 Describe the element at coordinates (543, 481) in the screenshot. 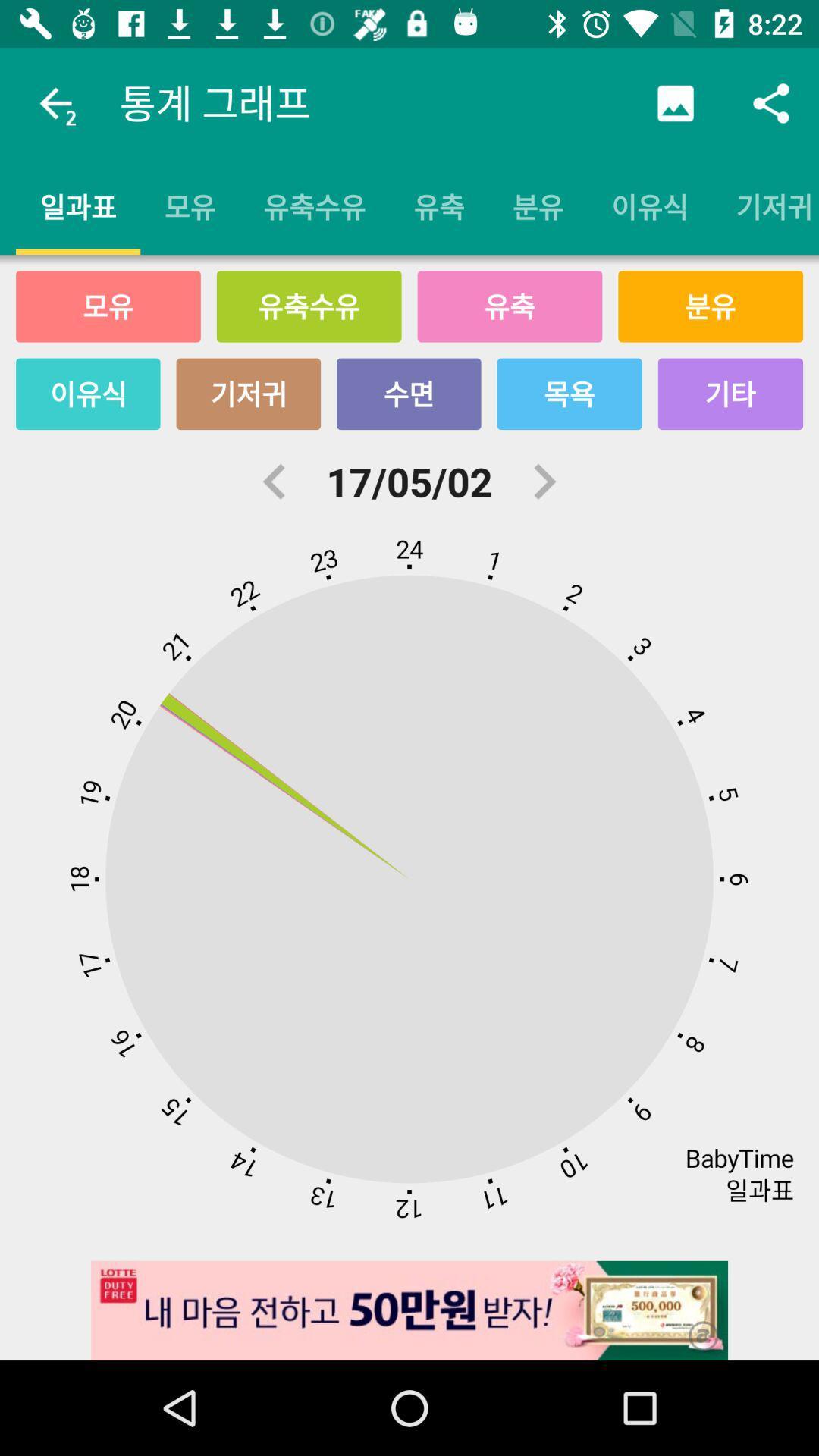

I see `the arrow_forward icon` at that location.